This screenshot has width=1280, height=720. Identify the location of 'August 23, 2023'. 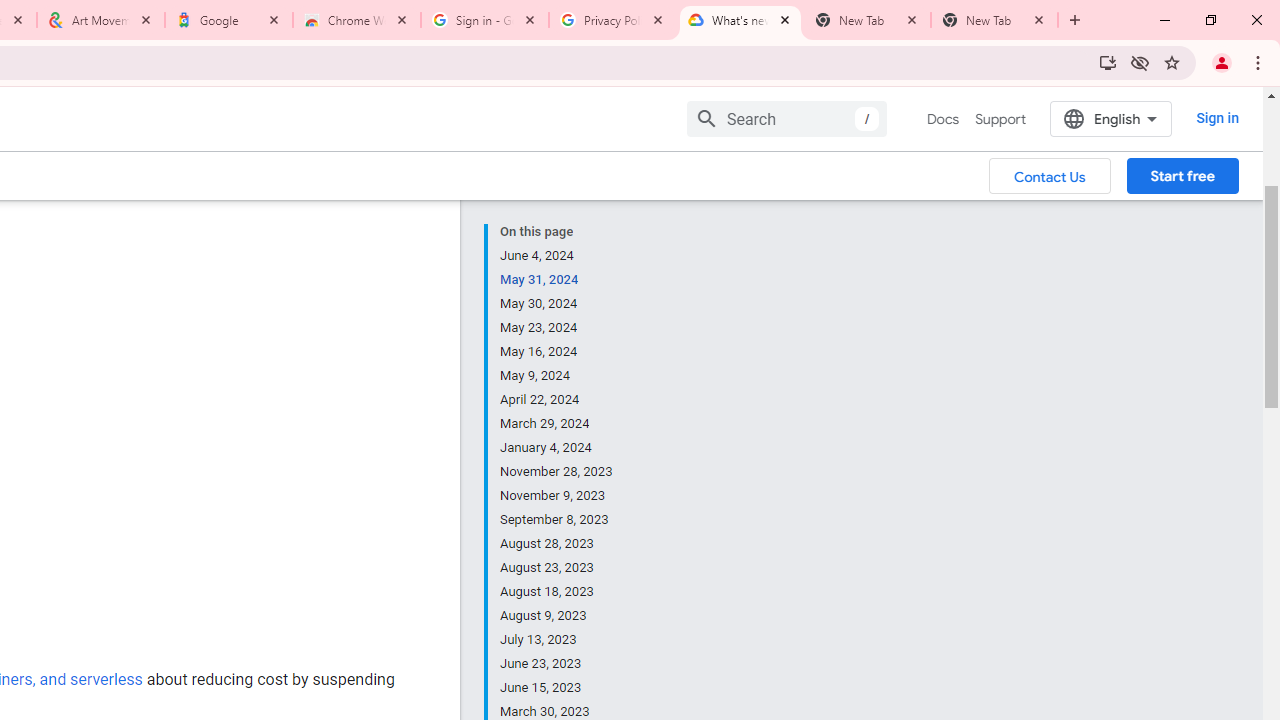
(557, 568).